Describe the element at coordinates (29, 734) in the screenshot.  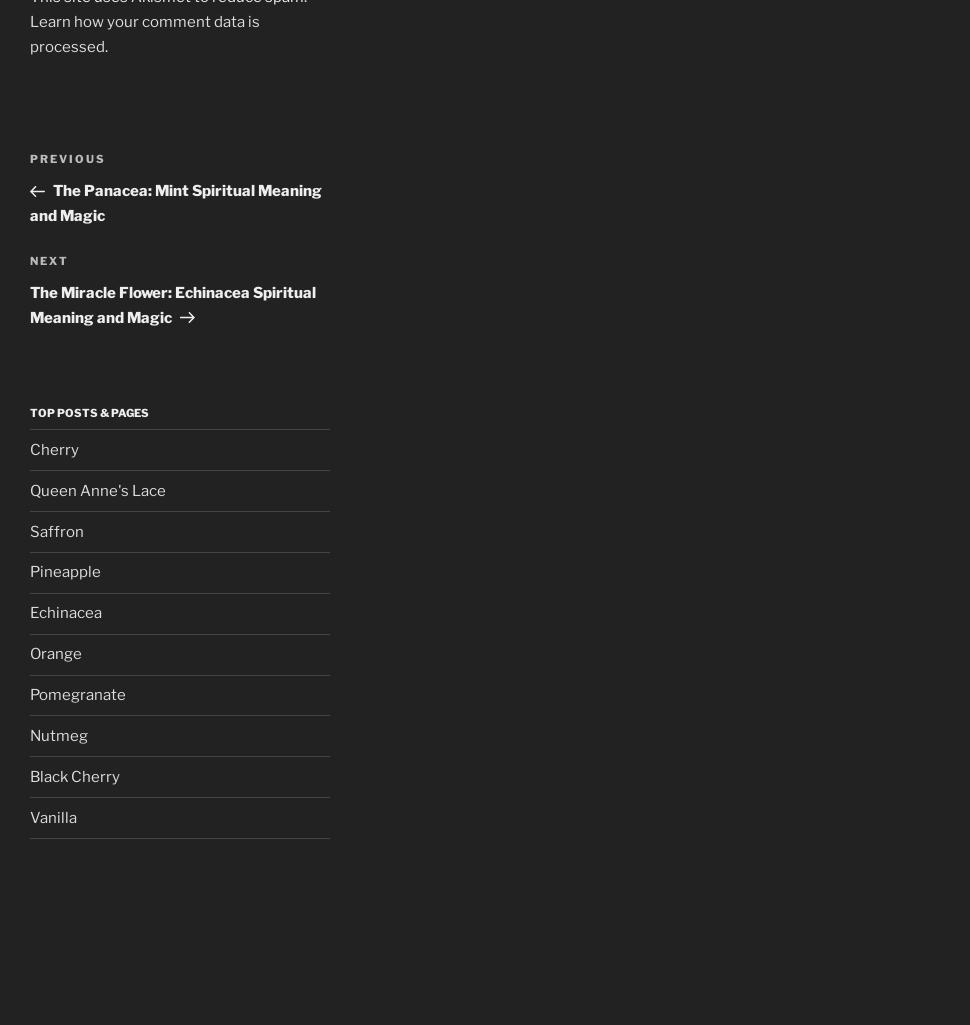
I see `'Nutmeg'` at that location.